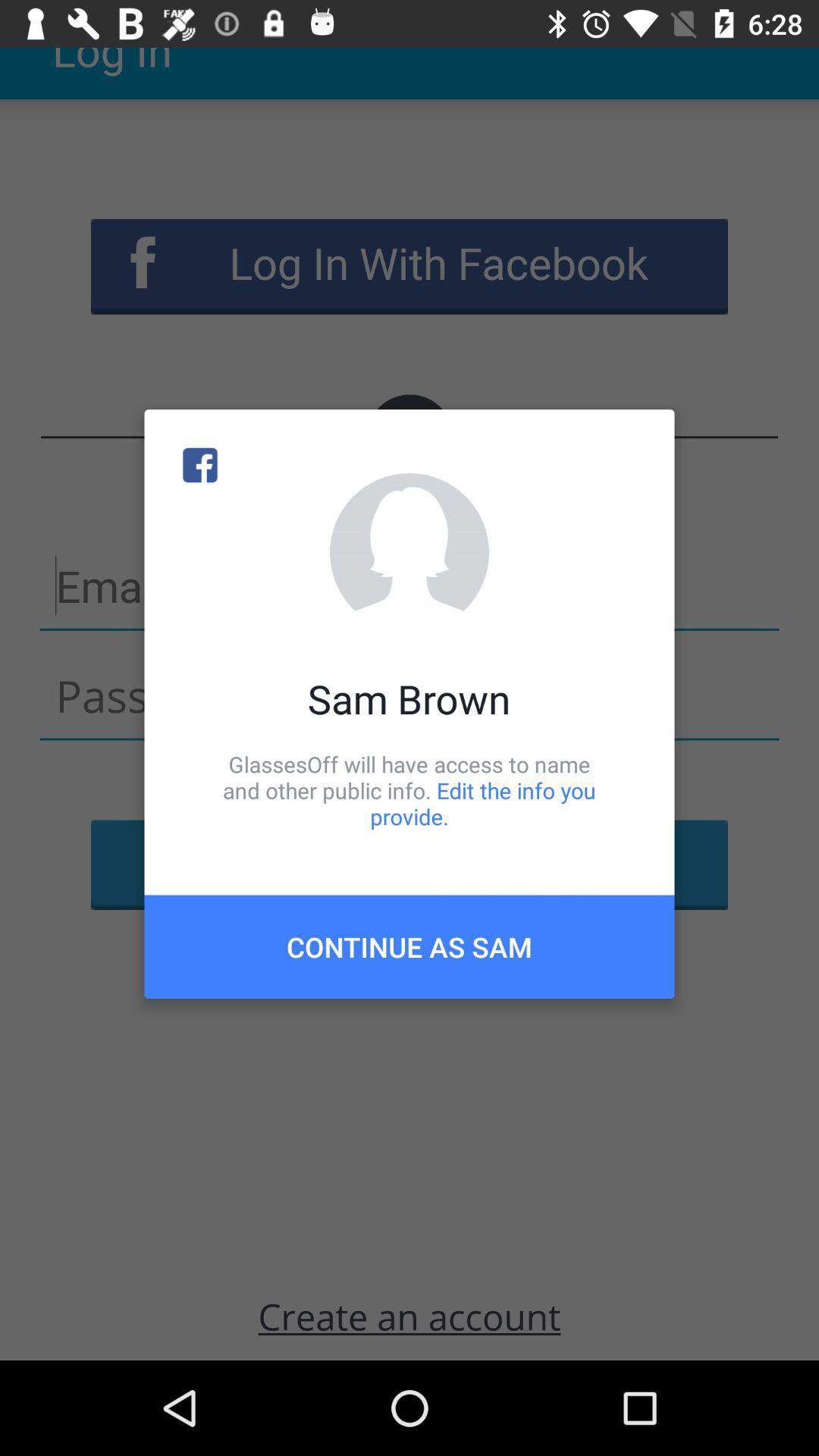  I want to click on the item below the sam brown, so click(409, 789).